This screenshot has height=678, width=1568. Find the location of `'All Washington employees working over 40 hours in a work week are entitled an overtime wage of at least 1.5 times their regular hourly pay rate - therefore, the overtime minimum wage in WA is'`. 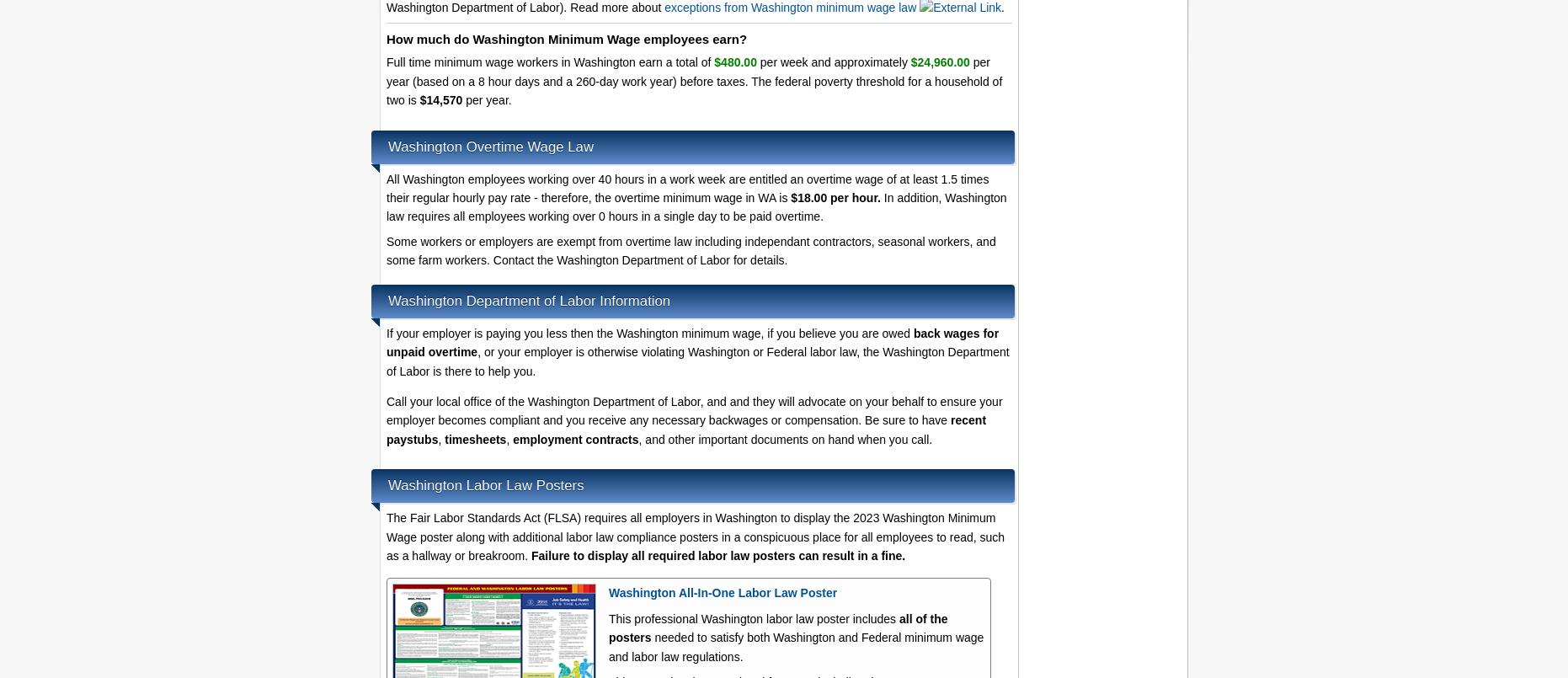

'All Washington employees working over 40 hours in a work week are entitled an overtime wage of at least 1.5 times their regular hourly pay rate - therefore, the overtime minimum wage in WA is' is located at coordinates (686, 187).